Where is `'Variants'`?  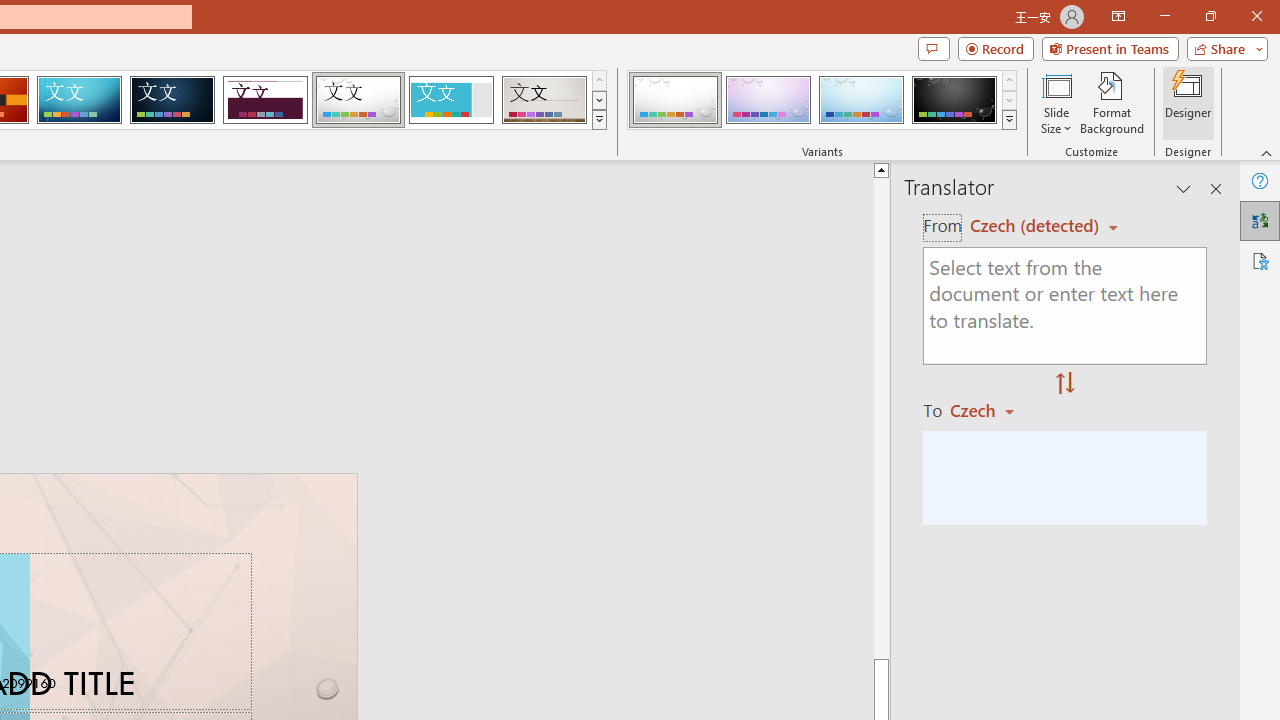 'Variants' is located at coordinates (1009, 120).